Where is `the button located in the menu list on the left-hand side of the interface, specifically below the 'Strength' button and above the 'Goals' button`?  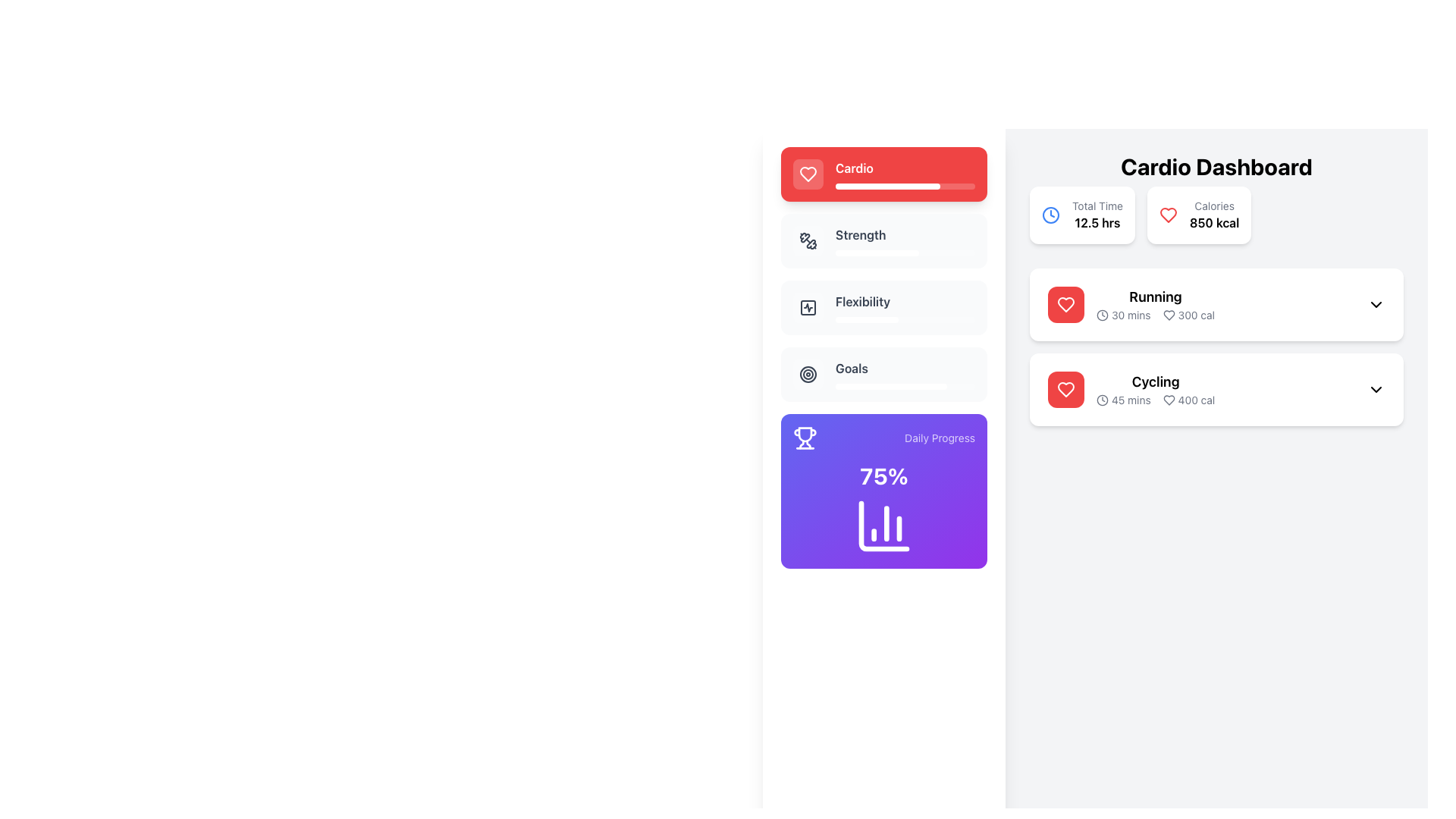
the button located in the menu list on the left-hand side of the interface, specifically below the 'Strength' button and above the 'Goals' button is located at coordinates (807, 307).